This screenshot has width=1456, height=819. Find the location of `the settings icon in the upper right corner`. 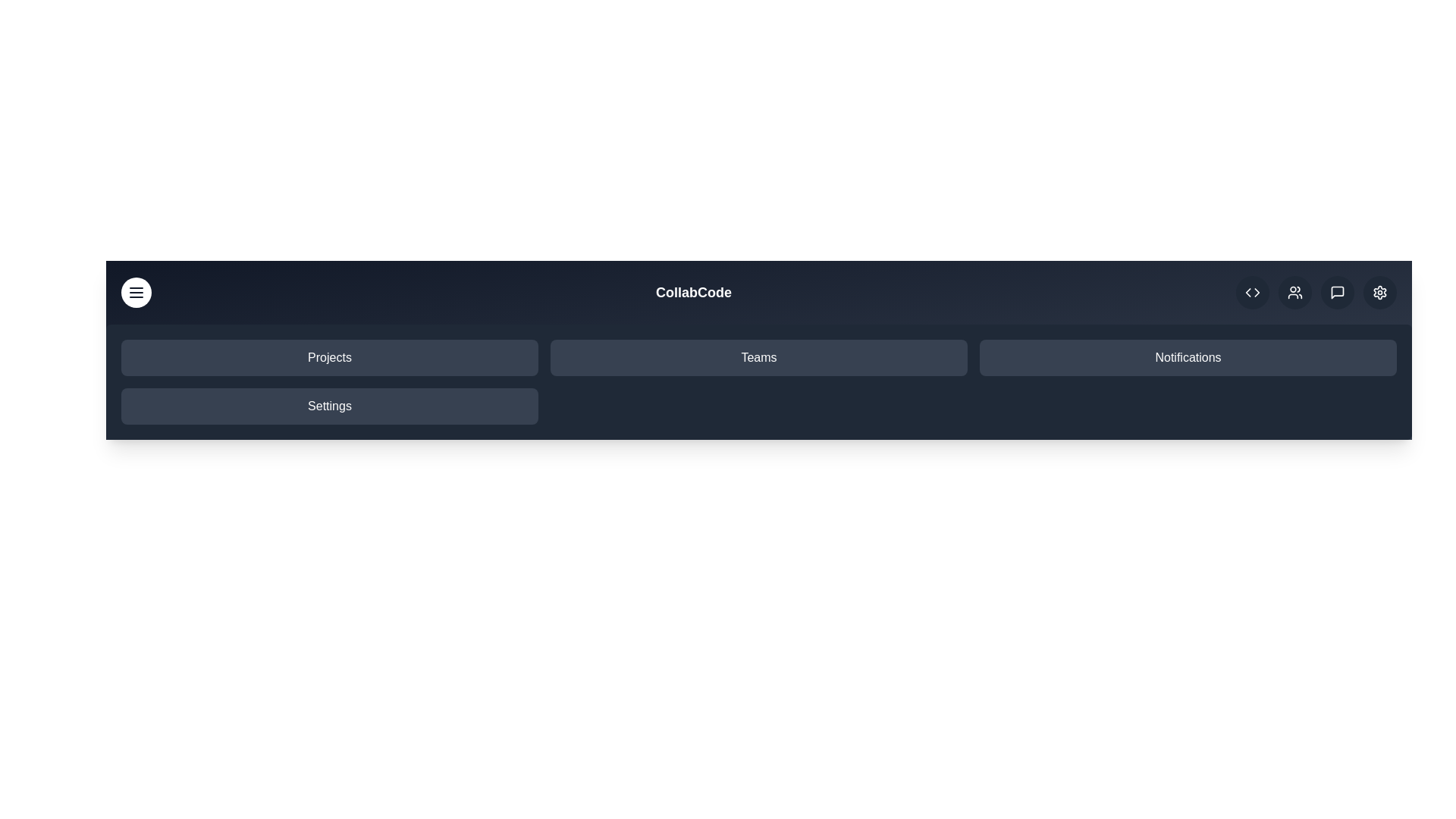

the settings icon in the upper right corner is located at coordinates (1379, 292).